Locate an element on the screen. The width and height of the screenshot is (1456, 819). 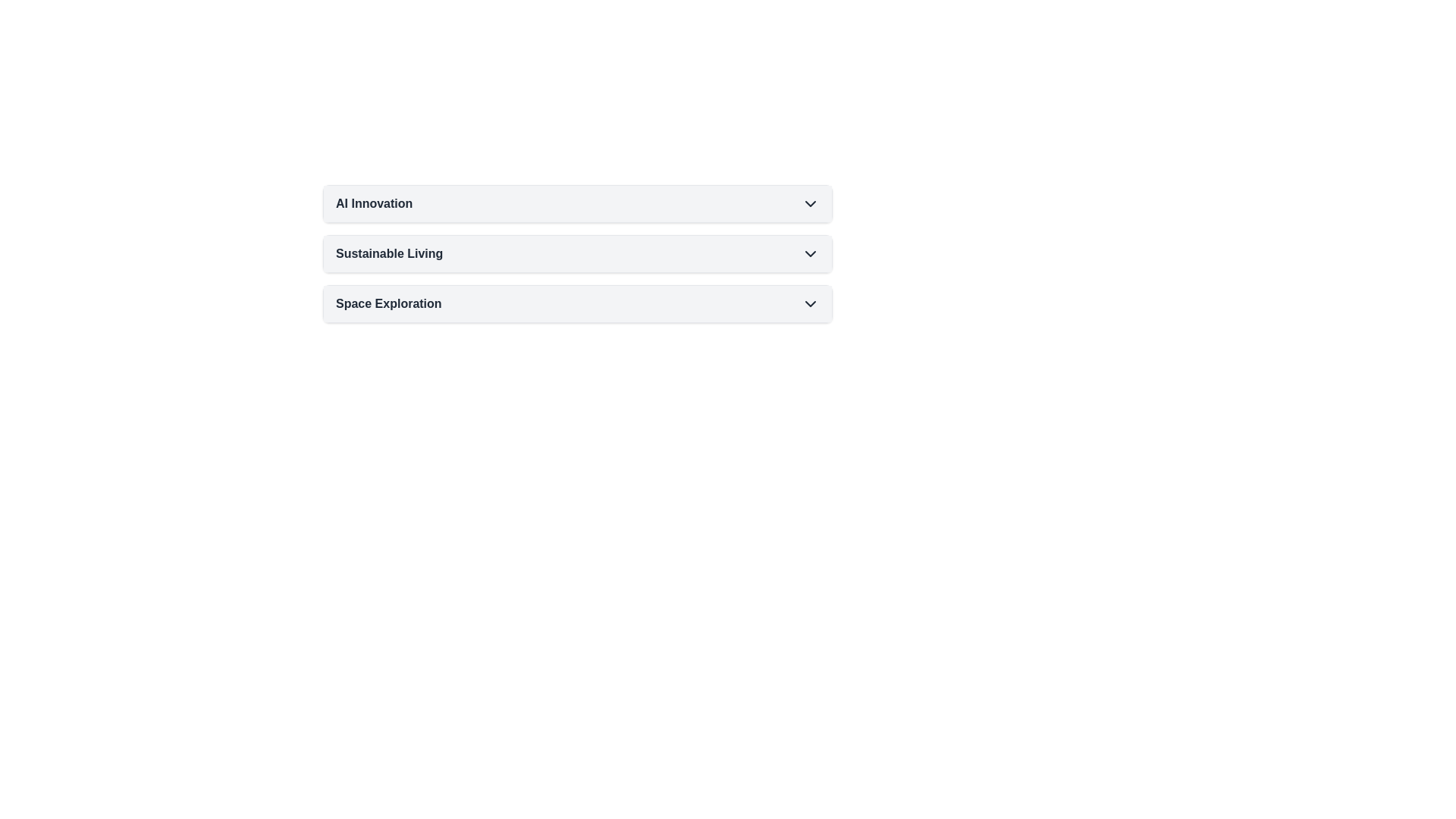
the downward-pointing chevron icon of the Dropdown Indicator located at the far-right side of the 'AI Innovation' section is located at coordinates (810, 203).